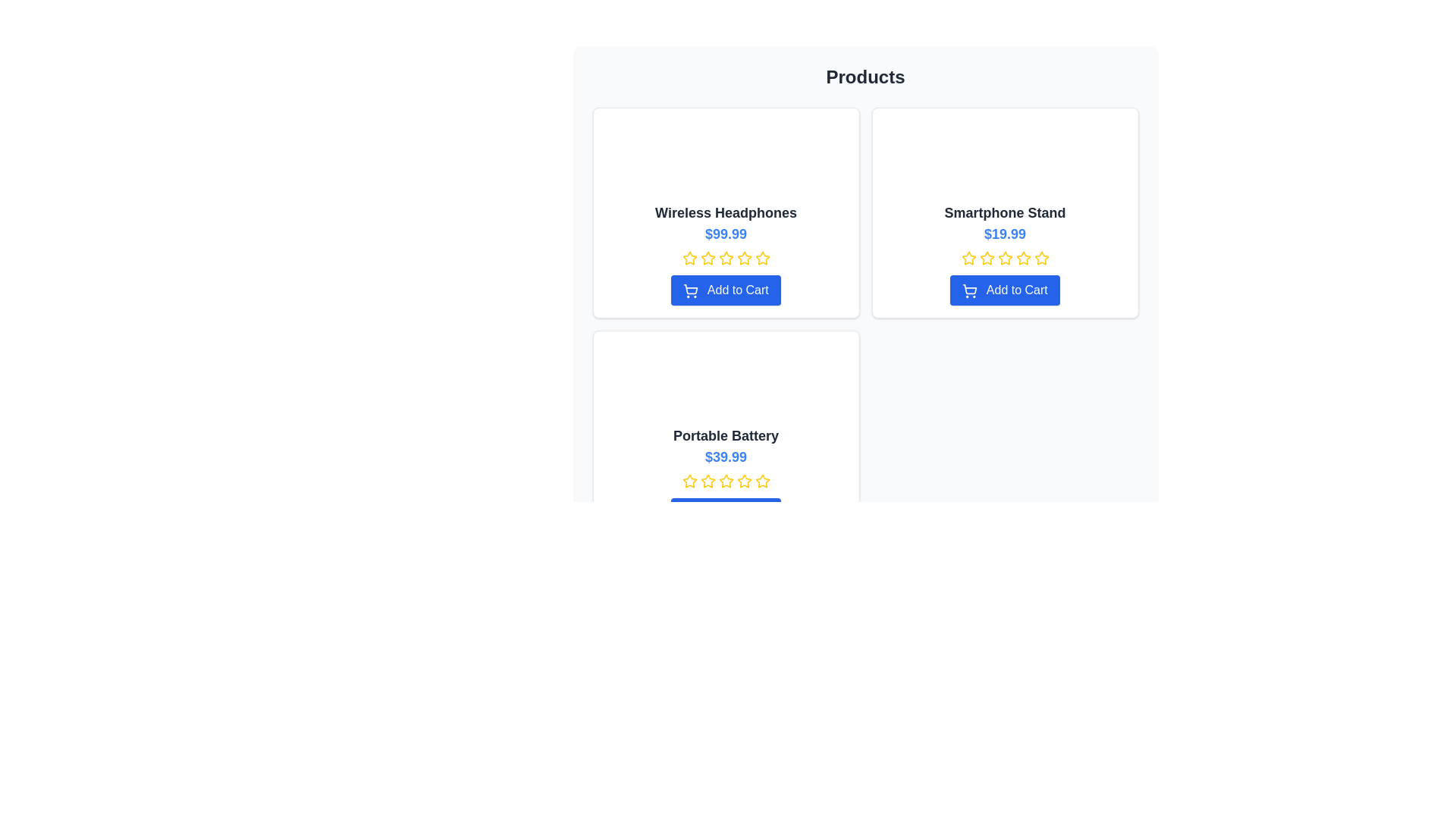 The image size is (1456, 819). Describe the element at coordinates (725, 435) in the screenshot. I see `the product title label within the product listing card, located in the bottom left grid of a 2x2 product grid, positioned beneath the image placeholder and above the price display` at that location.